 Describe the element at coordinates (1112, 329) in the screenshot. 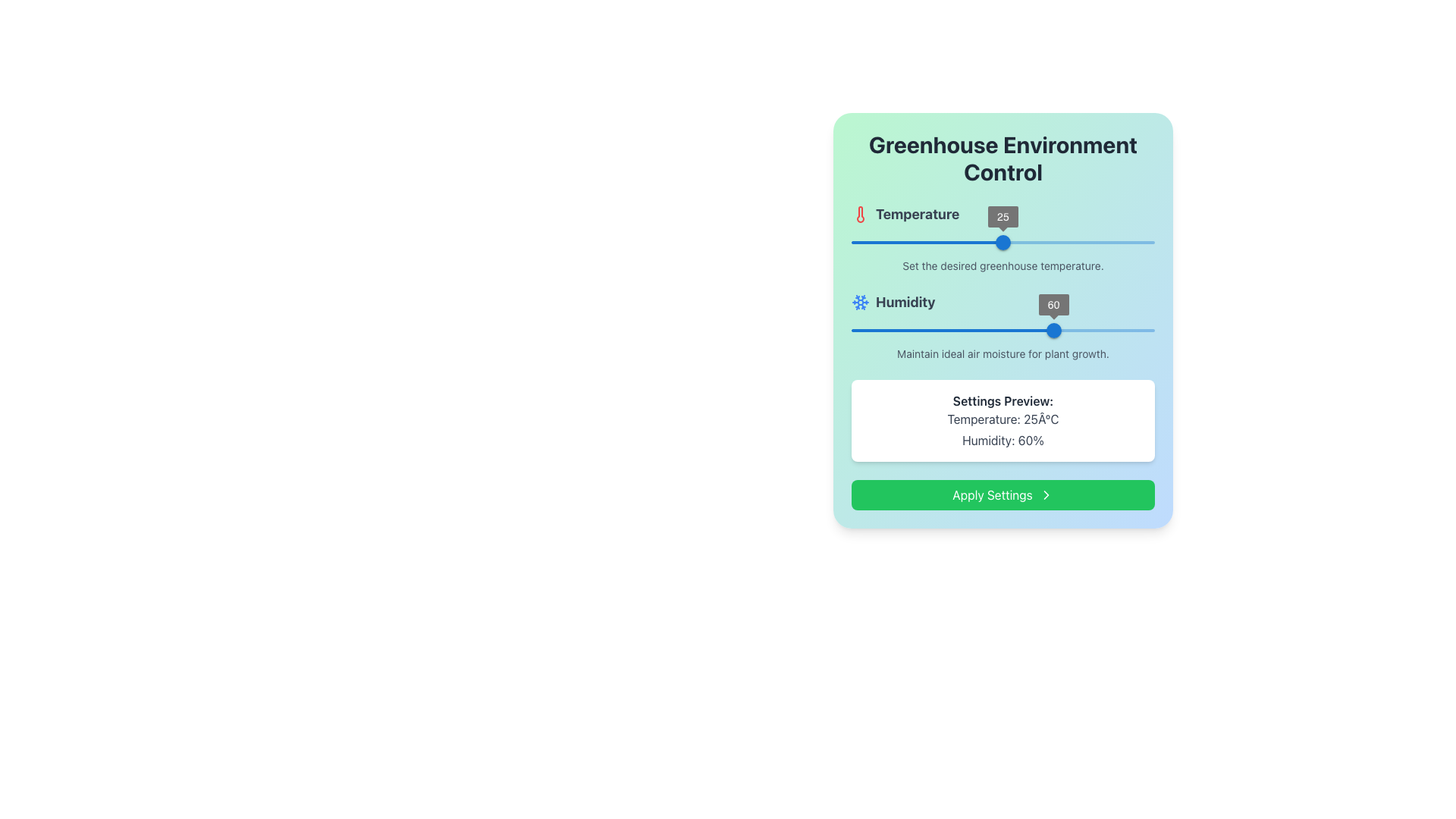

I see `the humidity` at that location.